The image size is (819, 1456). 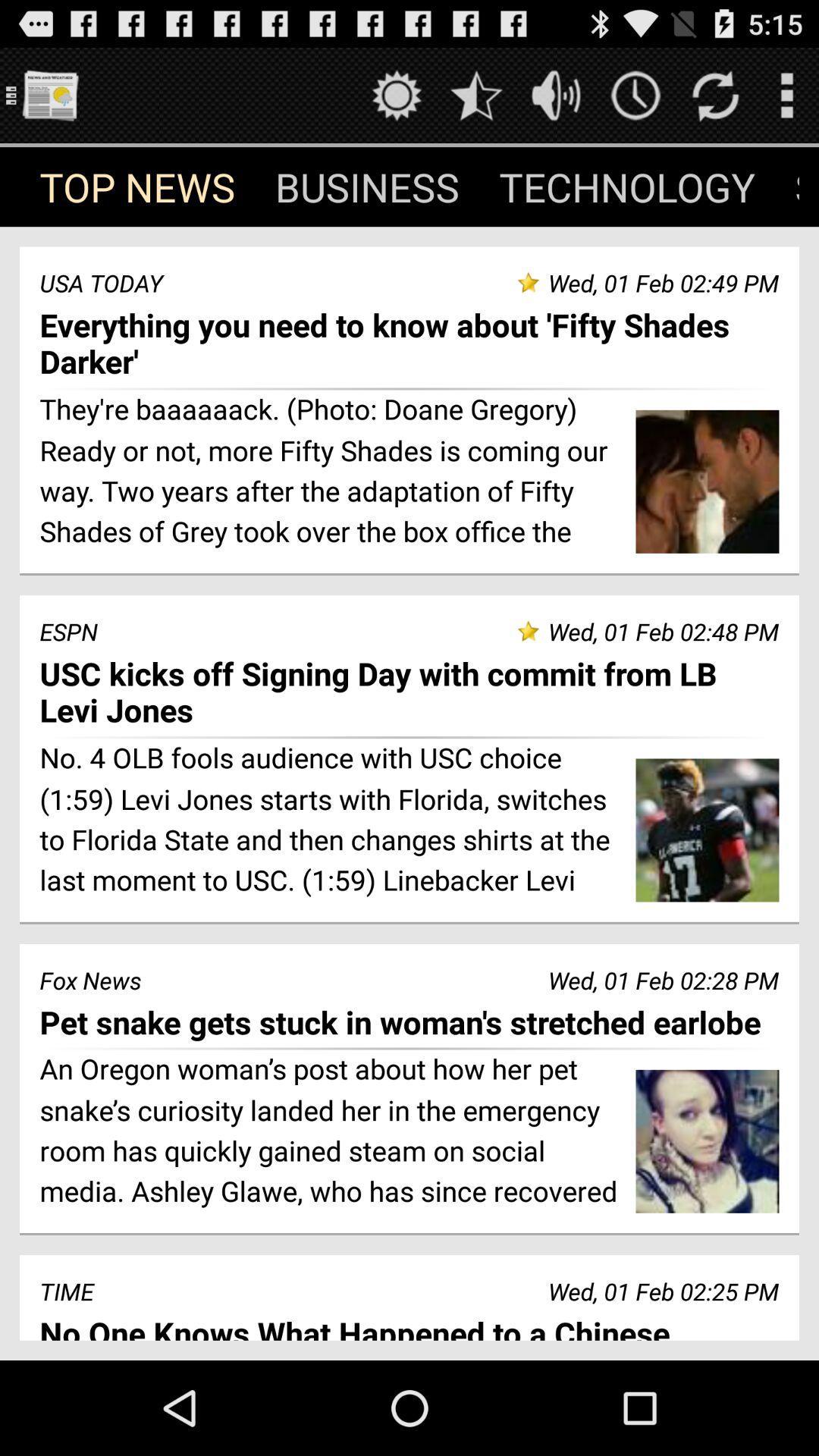 I want to click on the settings icon, so click(x=396, y=101).